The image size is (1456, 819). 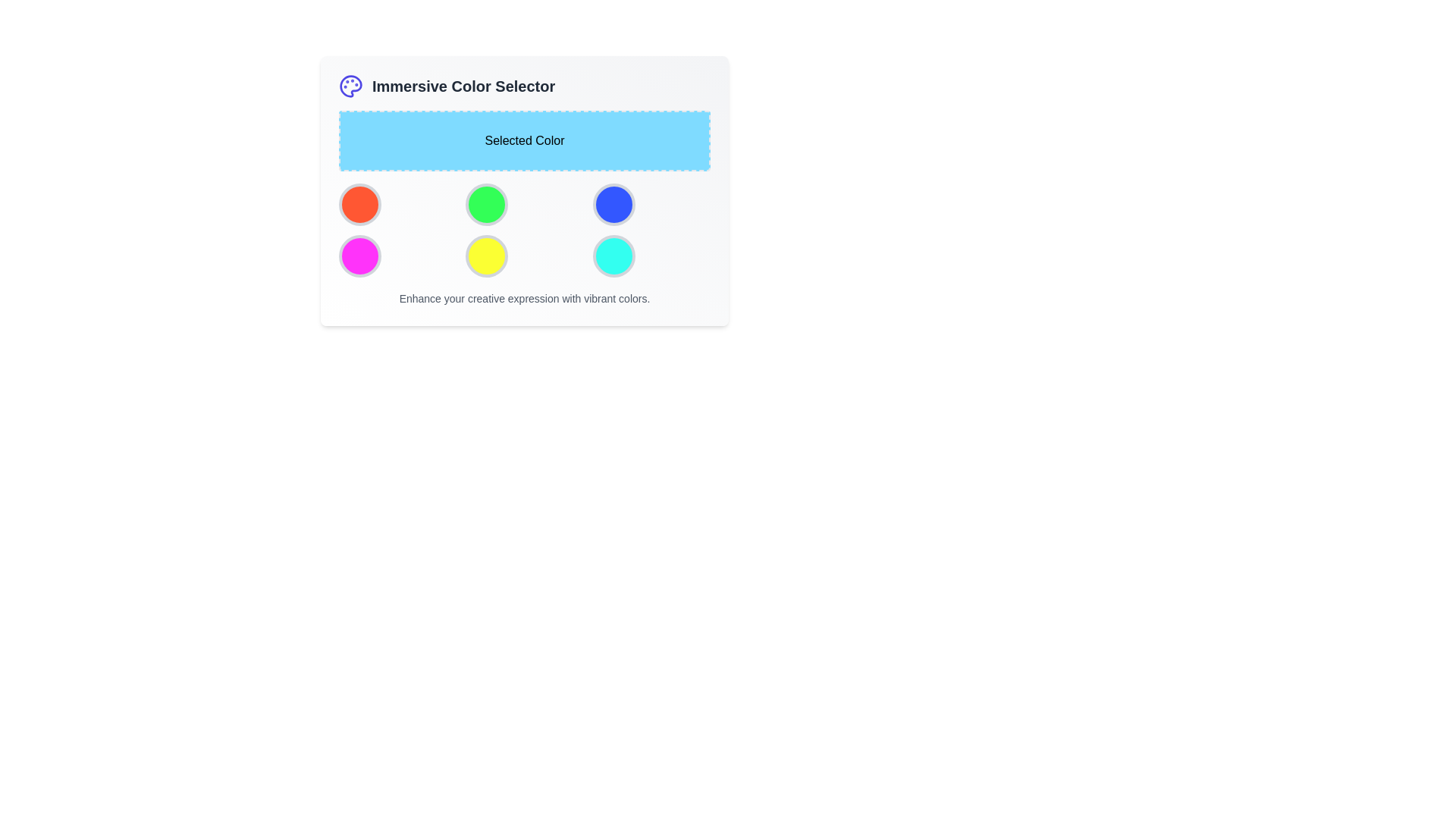 What do you see at coordinates (487, 256) in the screenshot?
I see `the vibrant circular yellow button located in the second row and second column of a grid layout` at bounding box center [487, 256].